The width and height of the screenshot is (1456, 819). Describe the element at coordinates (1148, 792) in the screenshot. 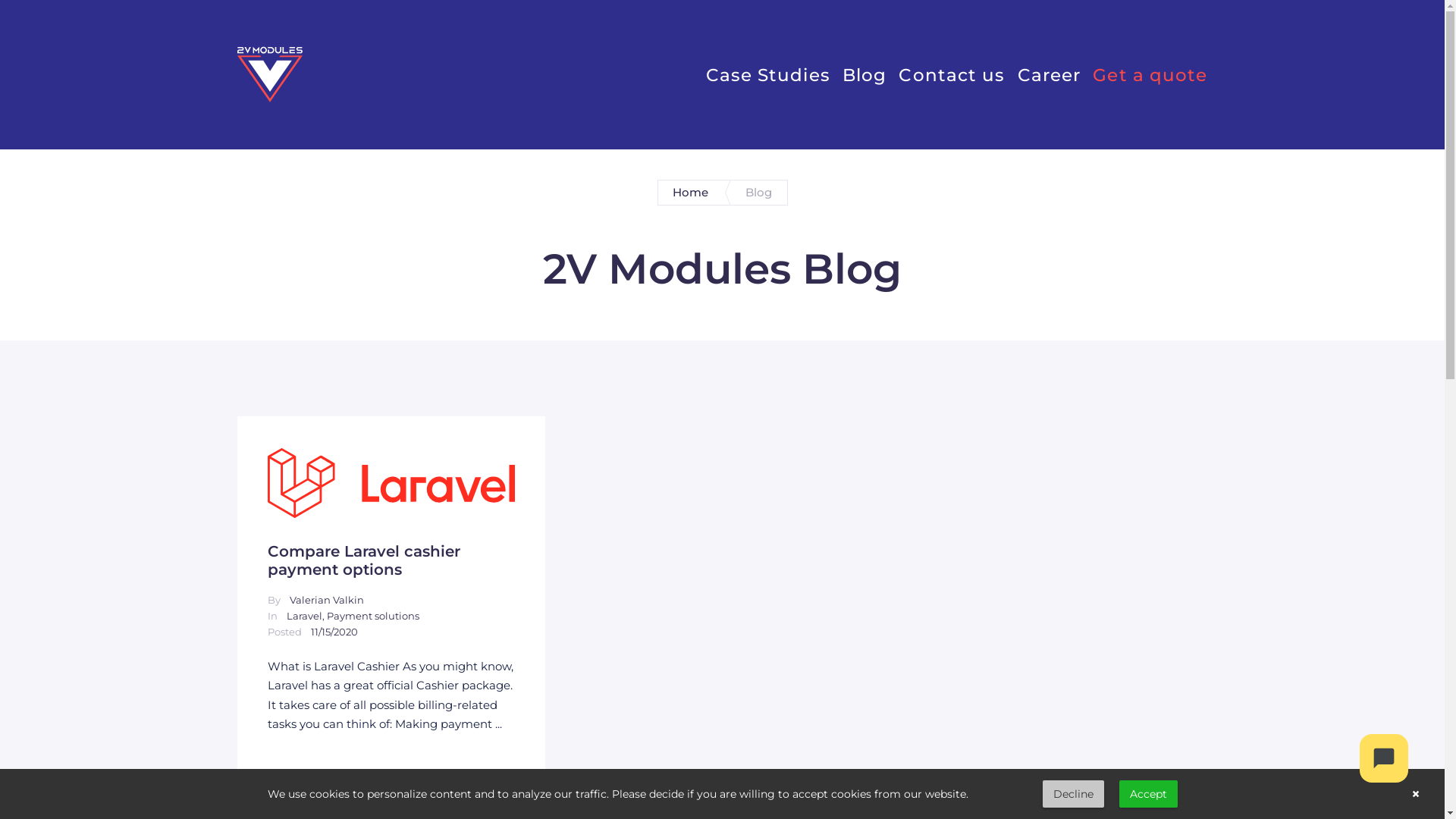

I see `'Accept'` at that location.